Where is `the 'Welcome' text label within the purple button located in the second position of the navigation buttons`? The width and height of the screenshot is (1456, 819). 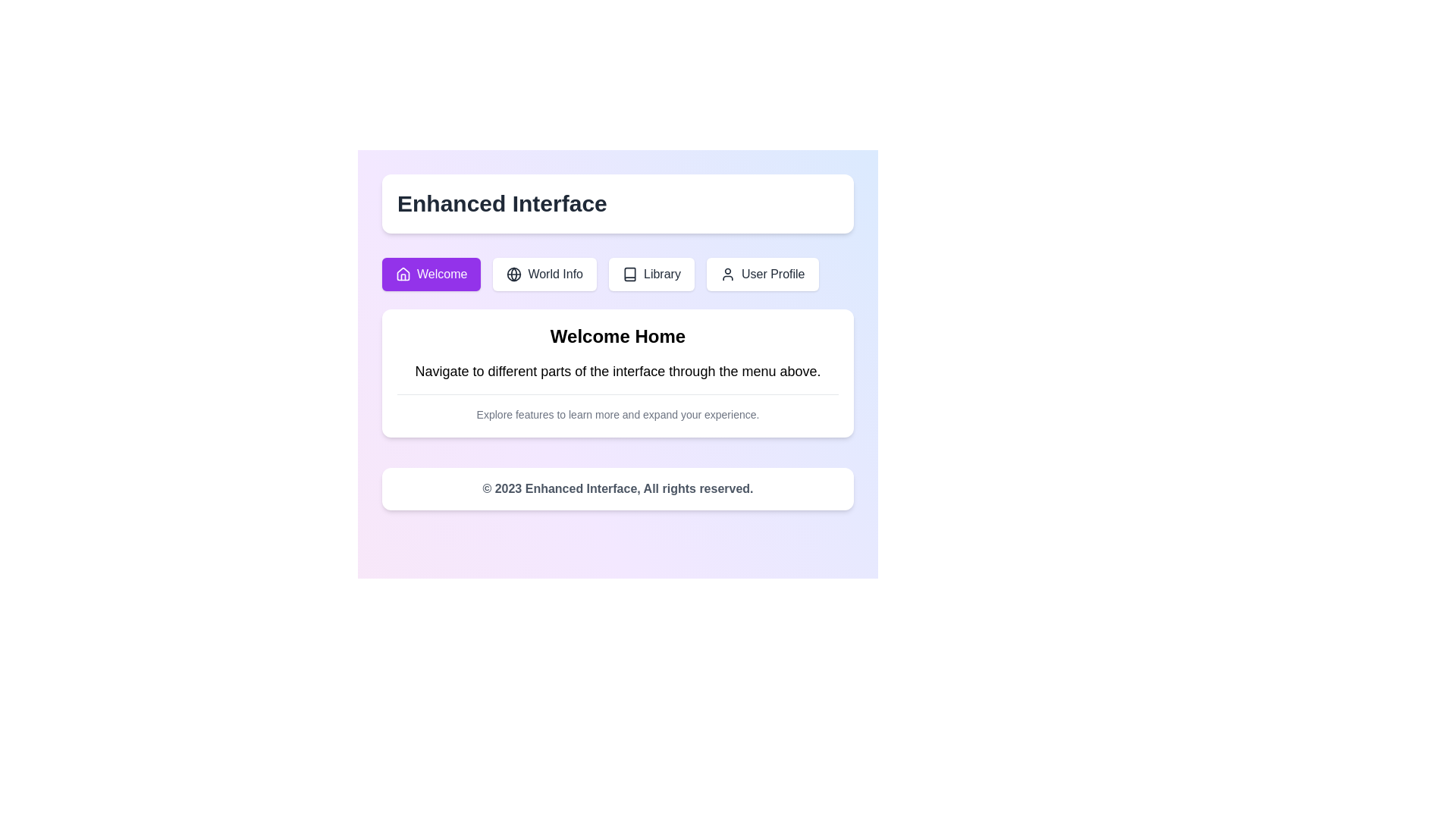
the 'Welcome' text label within the purple button located in the second position of the navigation buttons is located at coordinates (441, 274).